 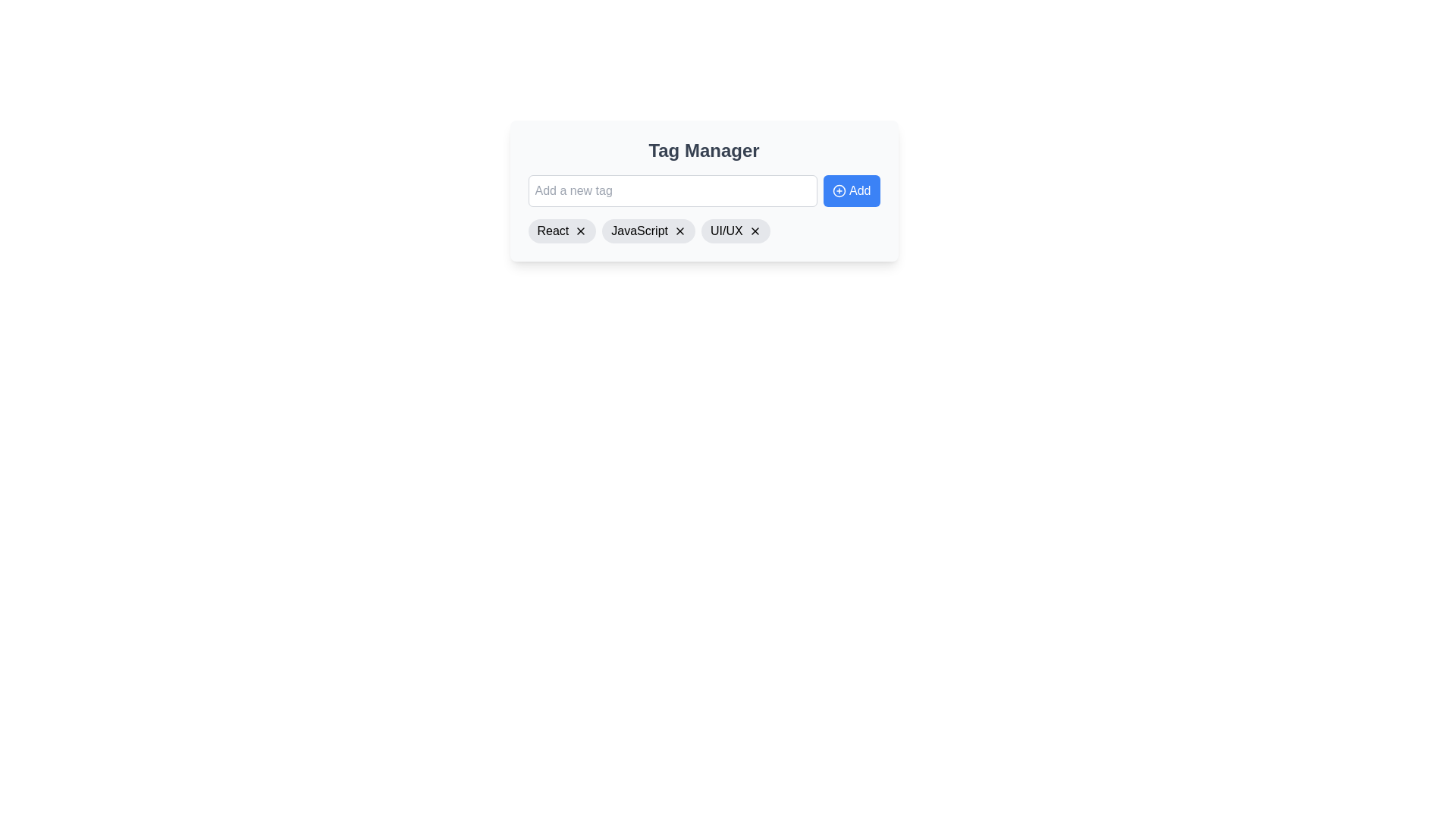 I want to click on the 'JavaScript' label/tag to select the text, which is styled in medium-weight sans-serif font and appears black on a light gray background, along with a small 'X' icon for closing, so click(x=639, y=231).